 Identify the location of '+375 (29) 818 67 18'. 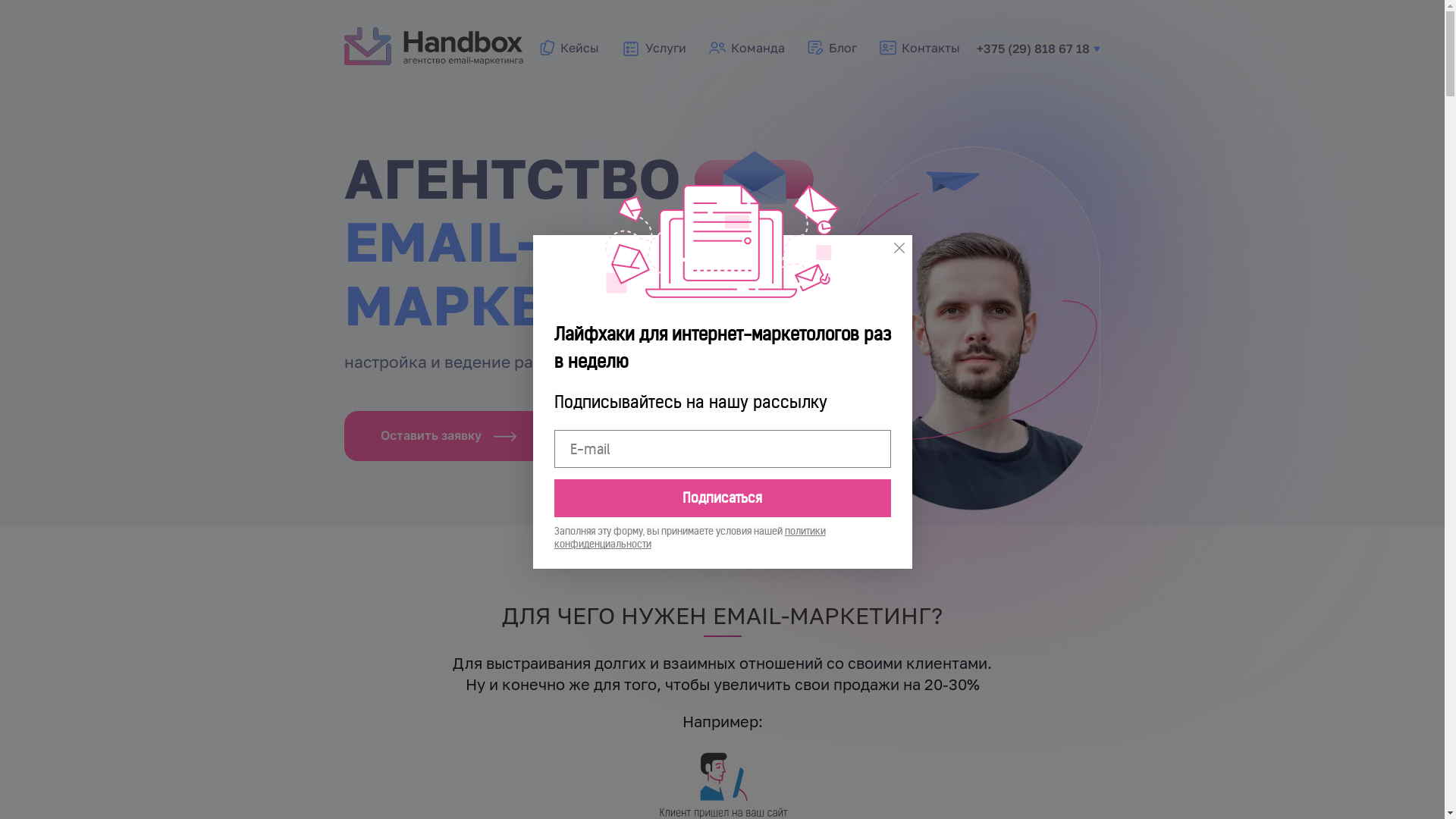
(1037, 48).